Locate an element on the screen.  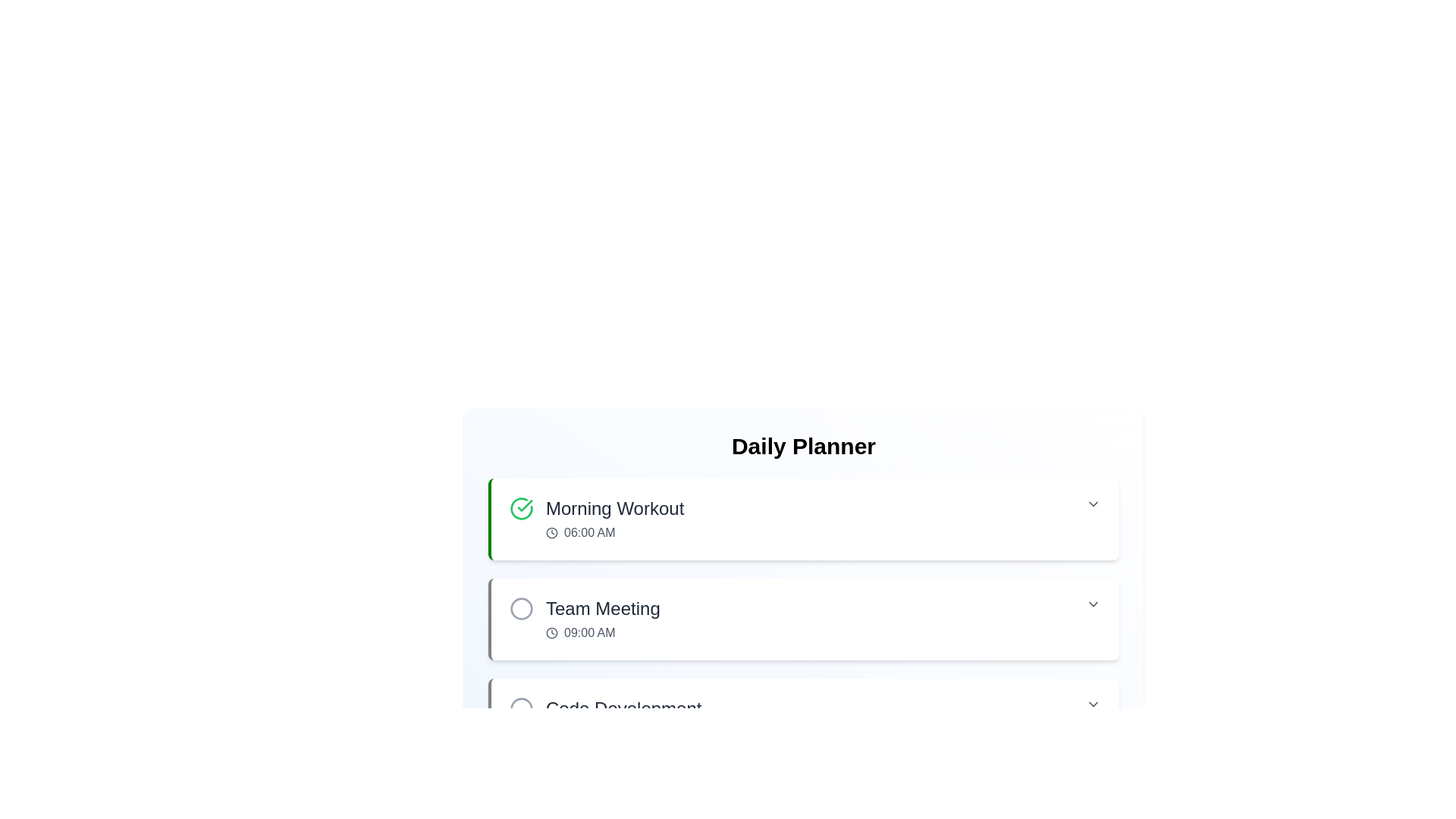
the Chevron icon on the far right side of the 'Morning Workout' section is located at coordinates (1093, 504).